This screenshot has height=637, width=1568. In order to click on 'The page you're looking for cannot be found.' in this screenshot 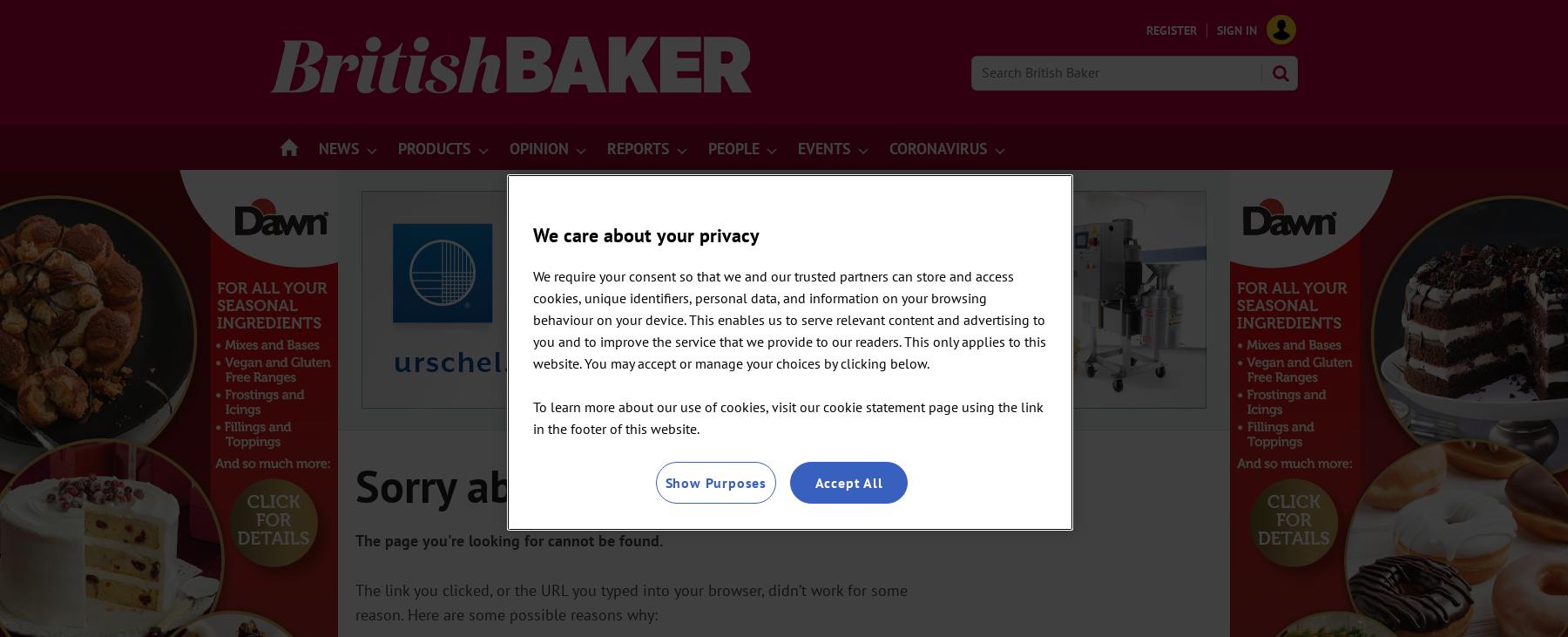, I will do `click(509, 539)`.